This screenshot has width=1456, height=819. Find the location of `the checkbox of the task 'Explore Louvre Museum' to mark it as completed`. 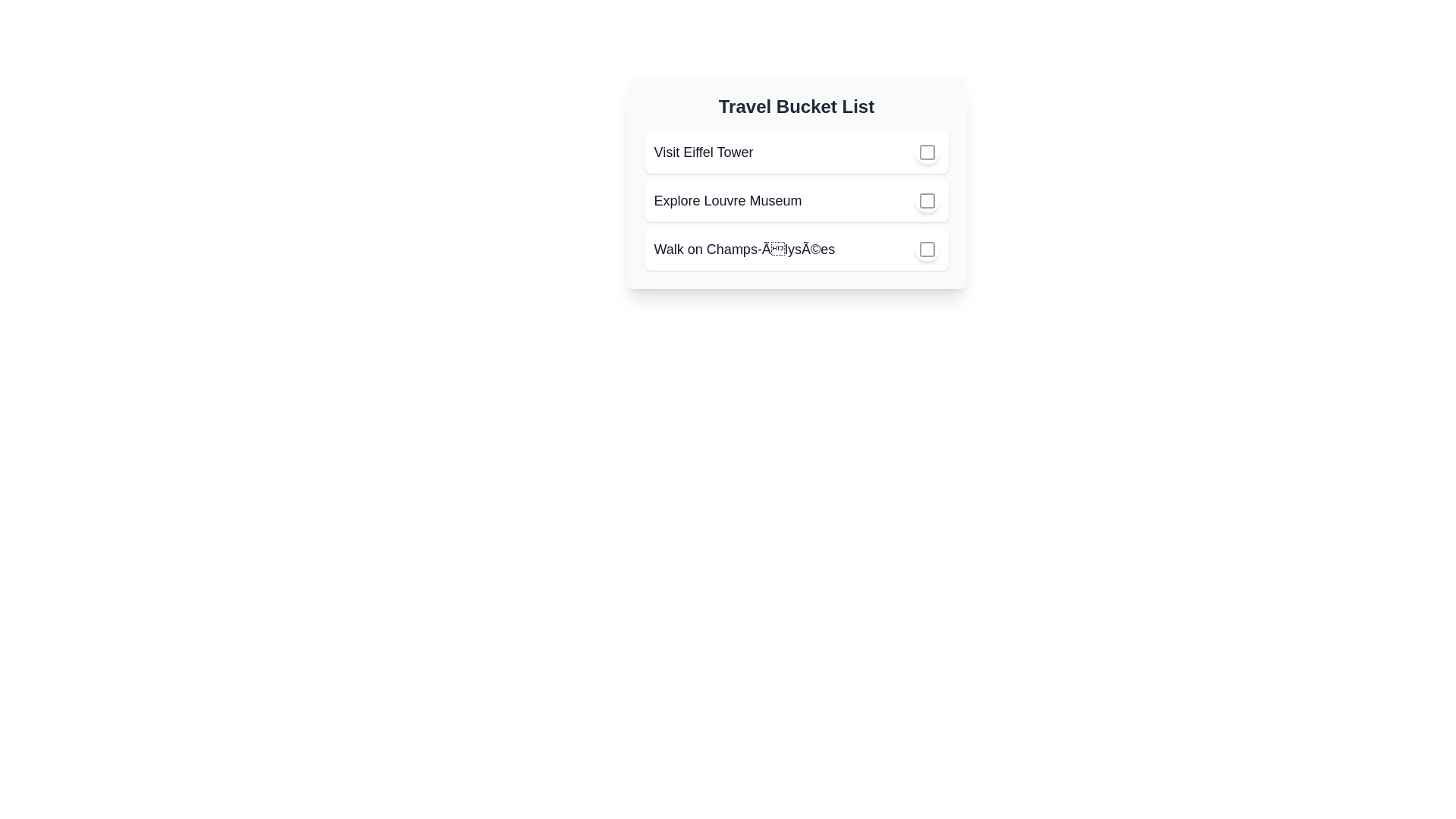

the checkbox of the task 'Explore Louvre Museum' to mark it as completed is located at coordinates (926, 200).